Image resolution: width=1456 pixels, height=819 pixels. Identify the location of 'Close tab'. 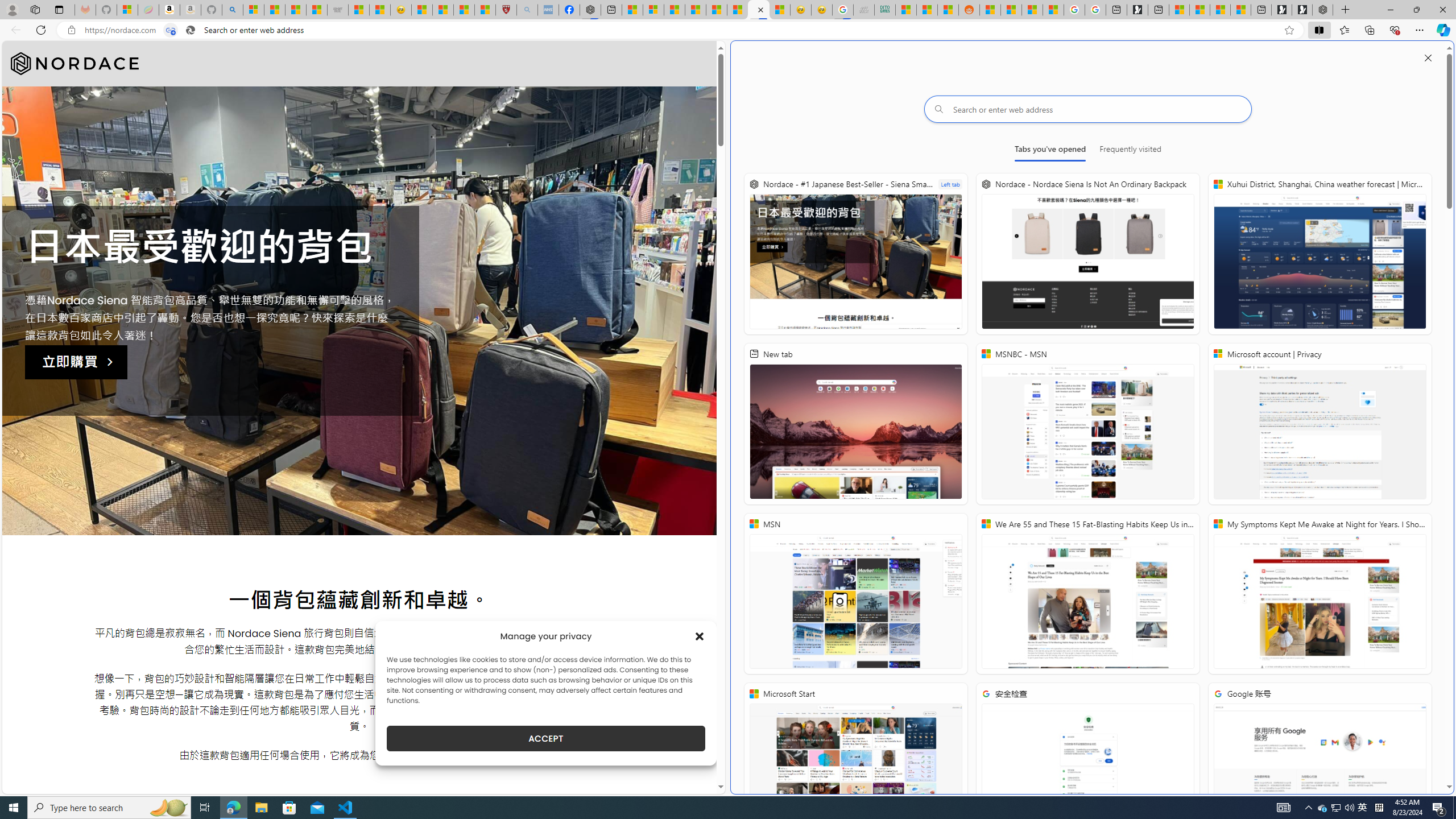
(760, 9).